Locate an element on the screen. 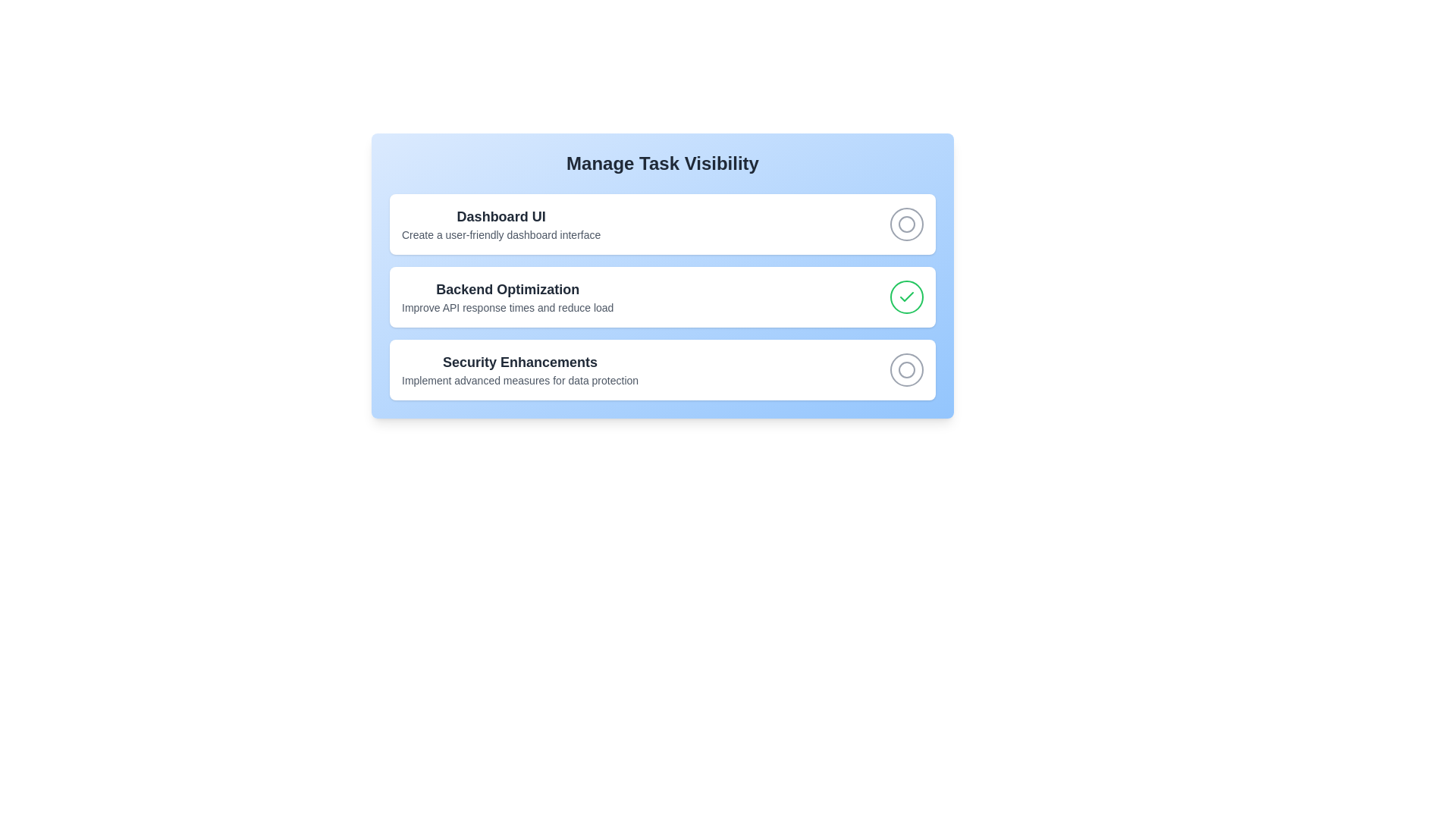  the Text Label that serves as the heading for the section detailing tasks related to backend optimization, located in the middle of the 'Manage Task Visibility' card-like section is located at coordinates (507, 289).